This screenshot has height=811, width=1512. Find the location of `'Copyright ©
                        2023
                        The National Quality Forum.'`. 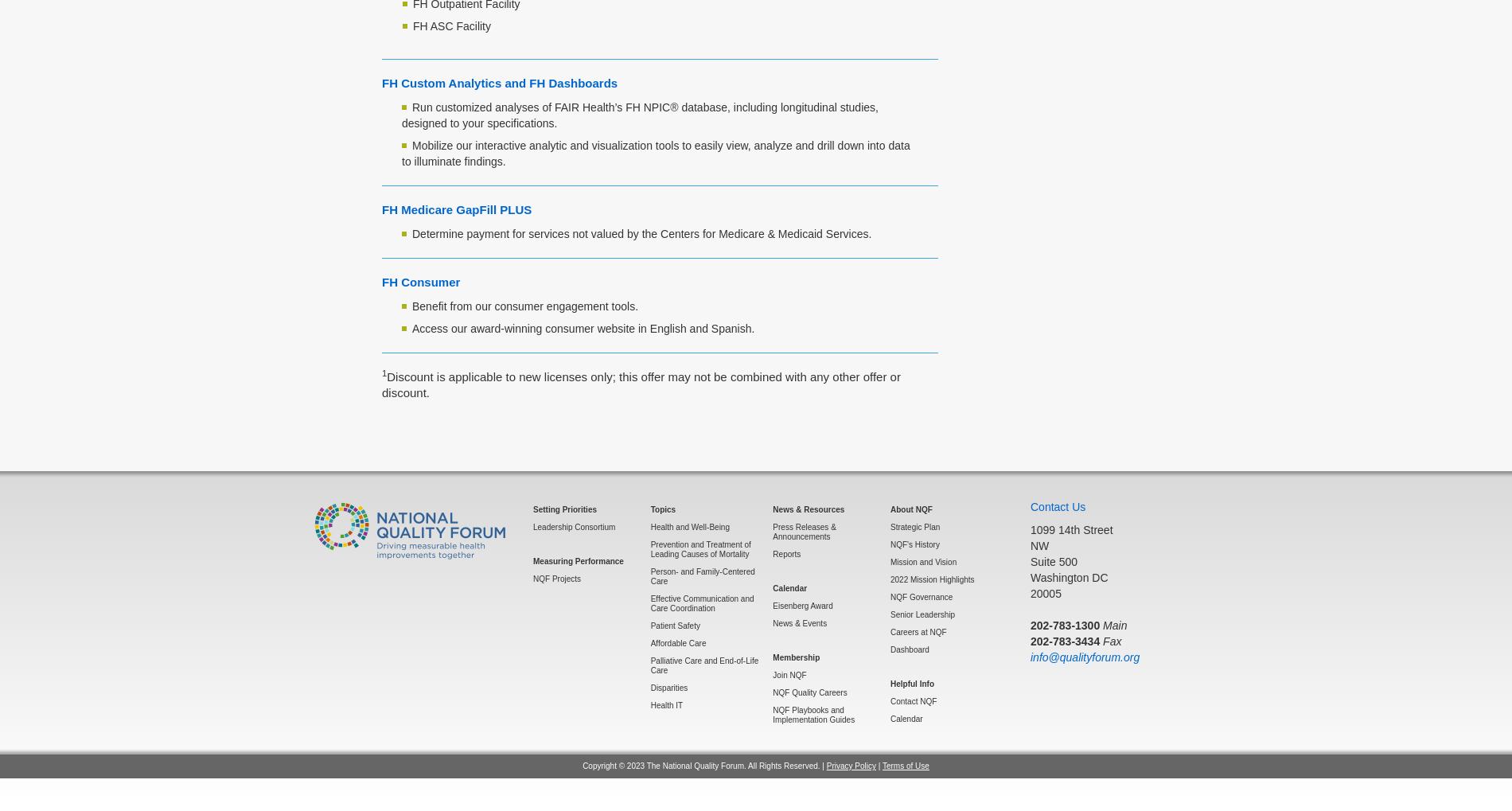

'Copyright ©
                        2023
                        The National Quality Forum.' is located at coordinates (663, 765).